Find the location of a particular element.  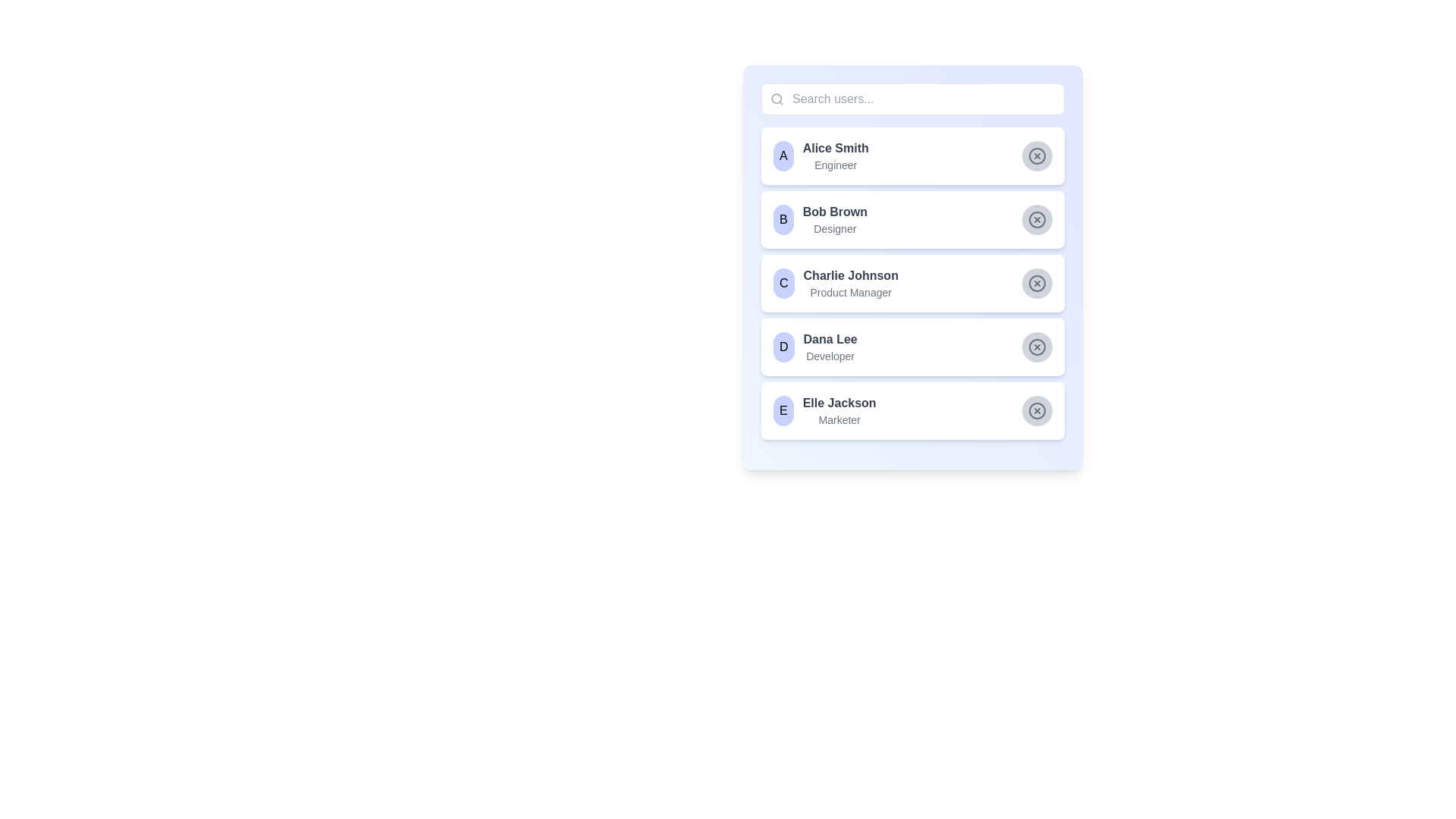

the circular gray button with an 'X' icon located to the far-right side of 'Alice Smith' in the first row is located at coordinates (1037, 155).